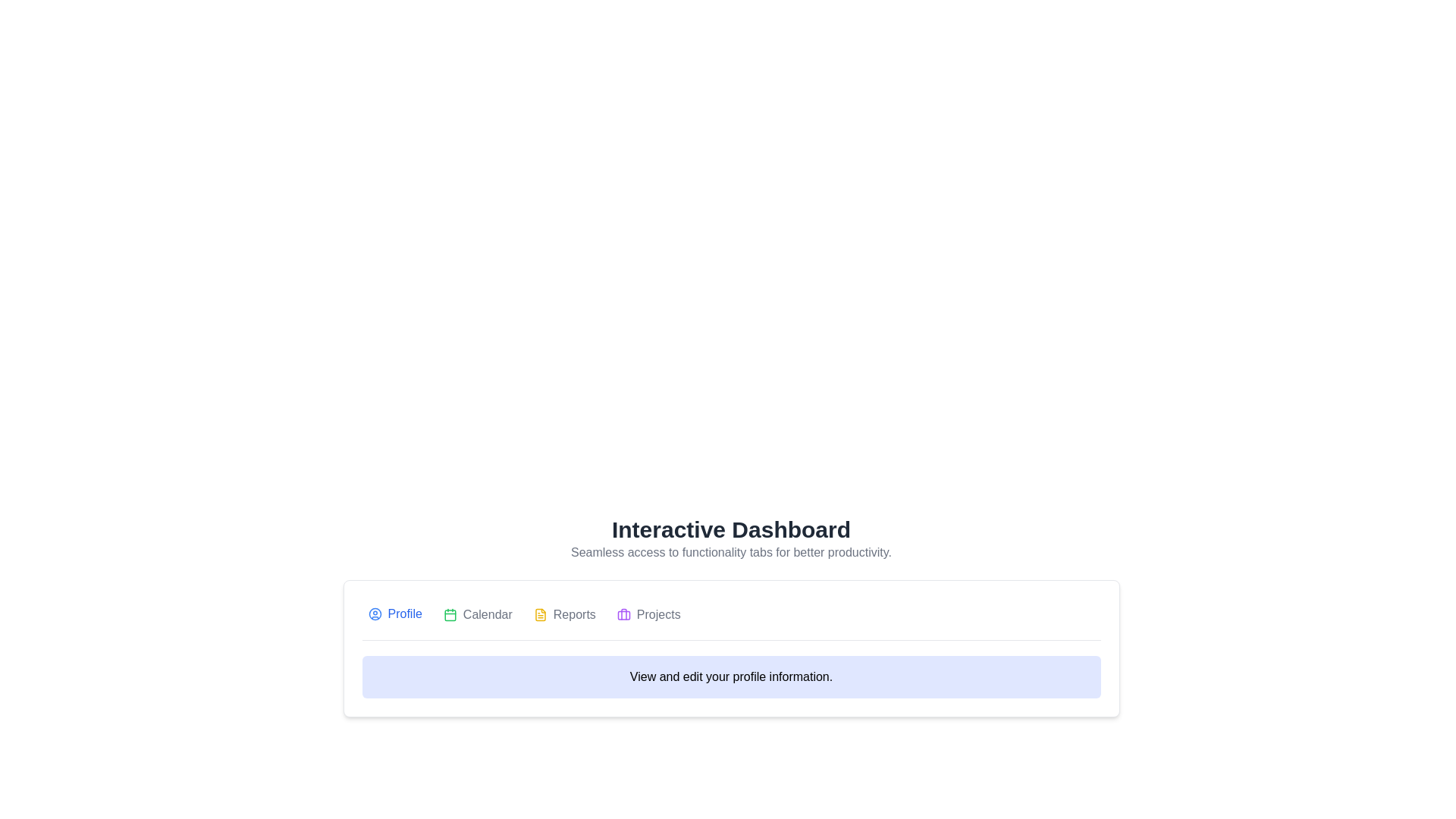  I want to click on the decorative 'Reports' icon located to the left of the 'Reports' text in the tab group at the center-bottom of the interface, so click(540, 614).